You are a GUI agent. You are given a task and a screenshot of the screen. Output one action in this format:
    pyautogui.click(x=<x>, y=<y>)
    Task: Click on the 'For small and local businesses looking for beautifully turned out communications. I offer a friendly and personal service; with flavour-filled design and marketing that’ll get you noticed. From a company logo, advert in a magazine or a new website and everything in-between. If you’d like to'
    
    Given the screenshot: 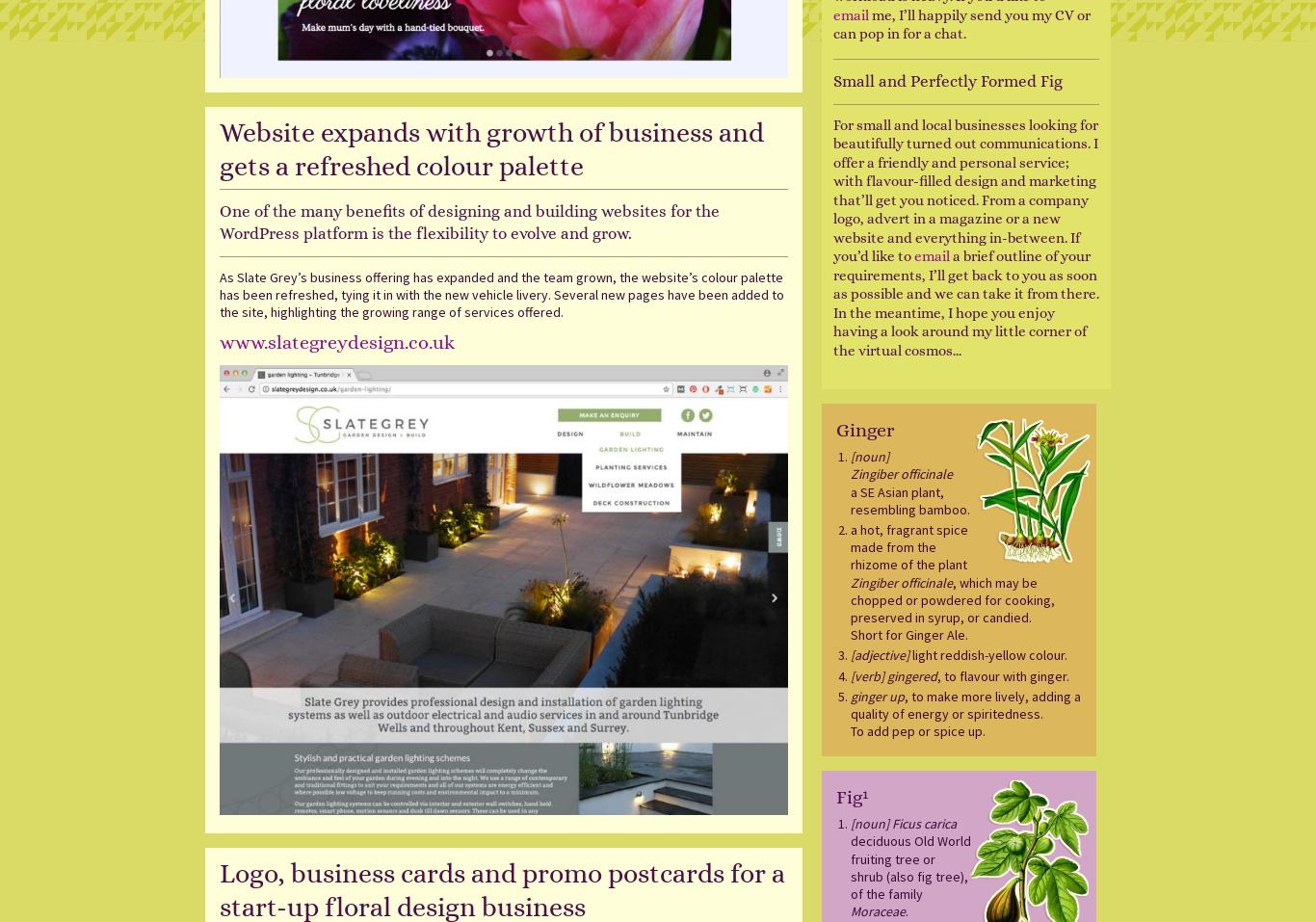 What is the action you would take?
    pyautogui.click(x=964, y=189)
    